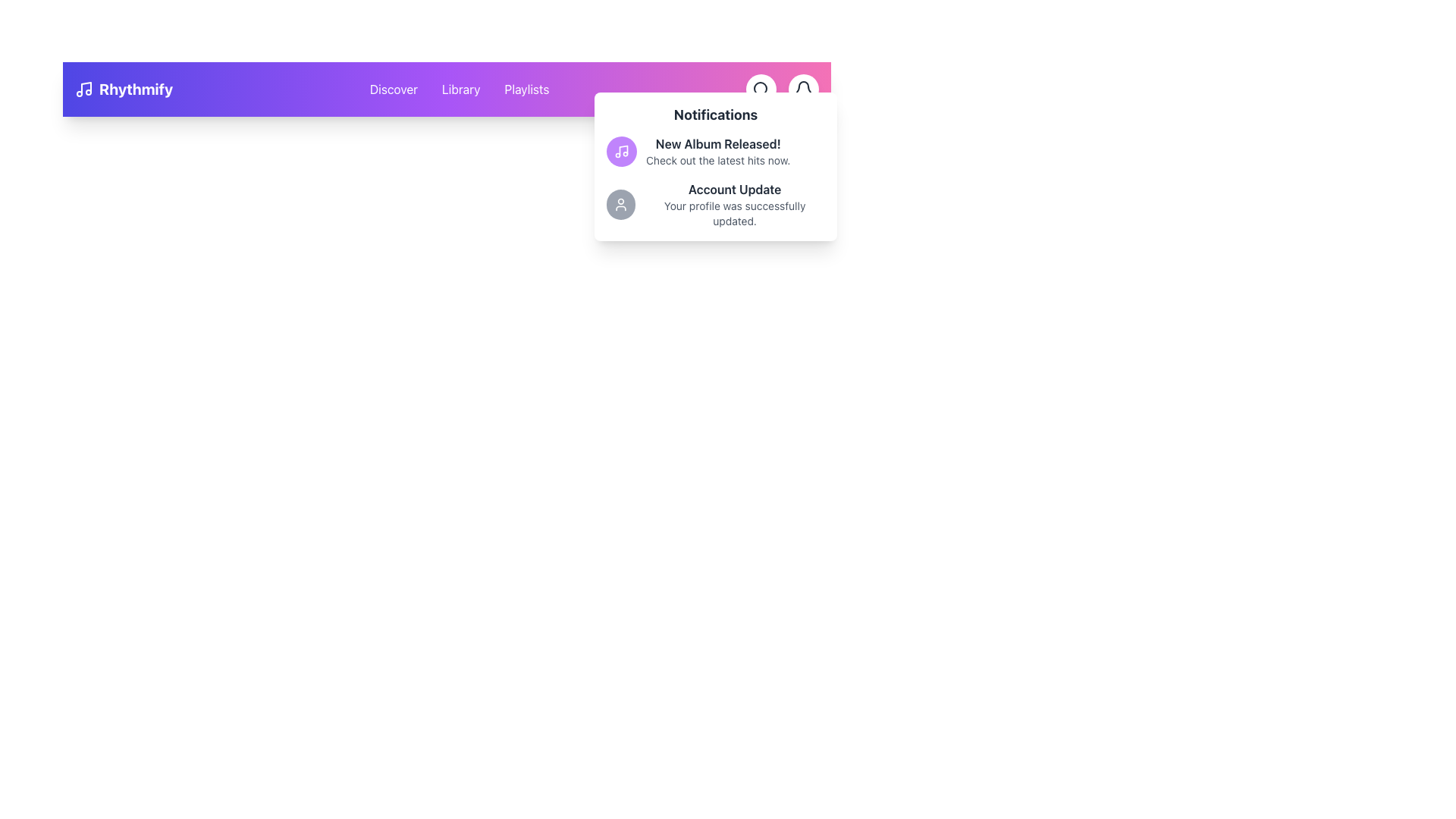  What do you see at coordinates (715, 152) in the screenshot?
I see `the Notification Item displaying 'New Album Released!' with a purple circular icon and two lines of text` at bounding box center [715, 152].